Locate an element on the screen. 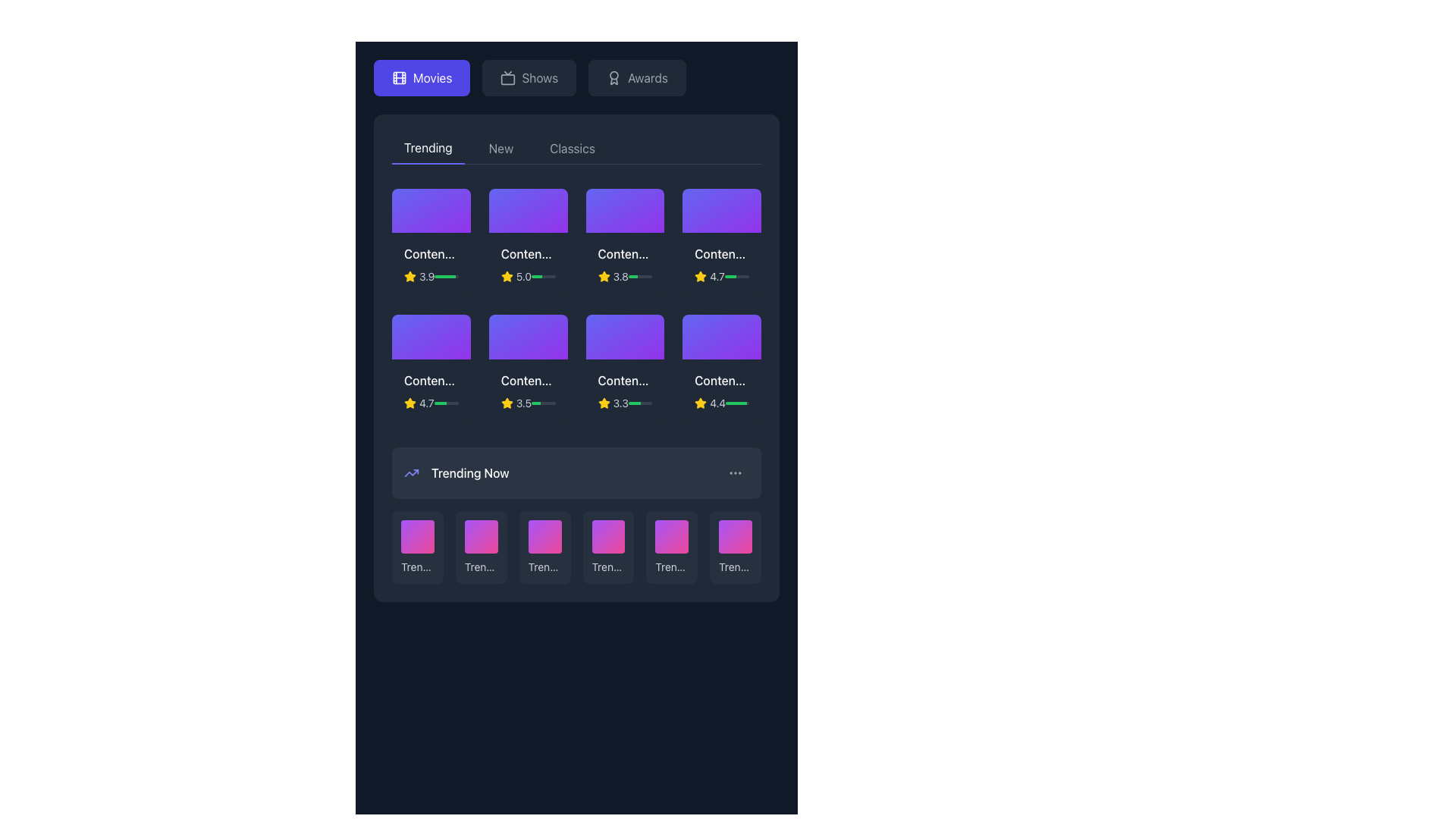 The height and width of the screenshot is (819, 1456). the Rating Indicator which displays a yellow star icon and the numeric string '4.4' in gray font, visually indicating a rating is located at coordinates (709, 402).